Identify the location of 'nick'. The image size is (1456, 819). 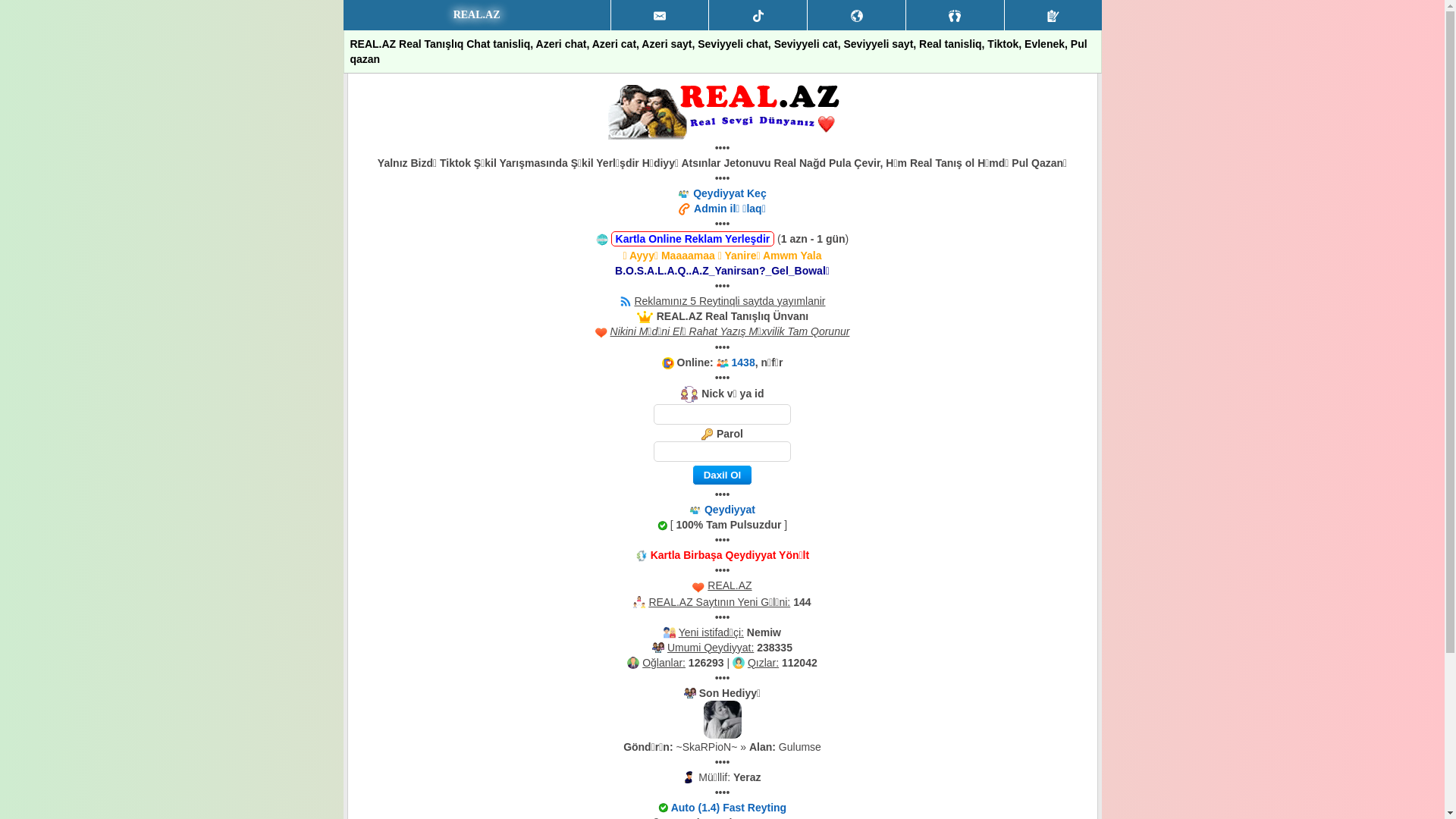
(721, 414).